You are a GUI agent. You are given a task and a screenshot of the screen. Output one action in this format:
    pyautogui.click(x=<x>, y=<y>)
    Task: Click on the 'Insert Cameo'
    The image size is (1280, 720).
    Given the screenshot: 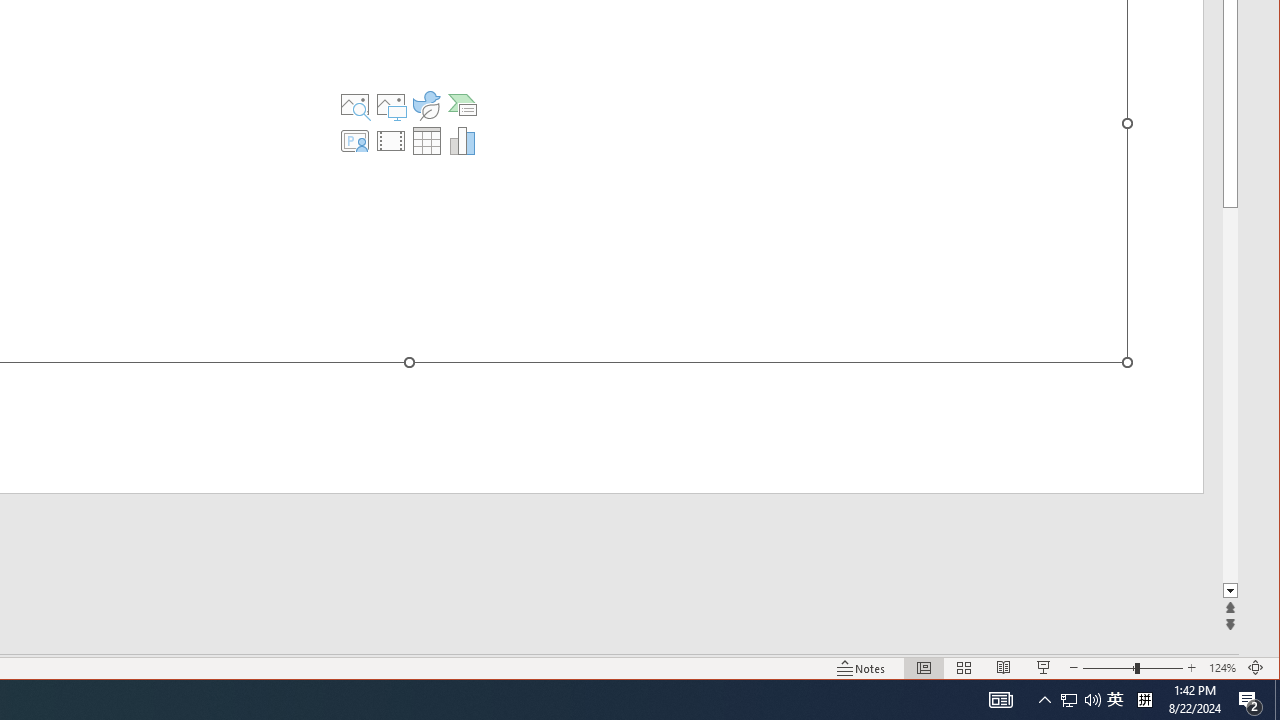 What is the action you would take?
    pyautogui.click(x=355, y=140)
    